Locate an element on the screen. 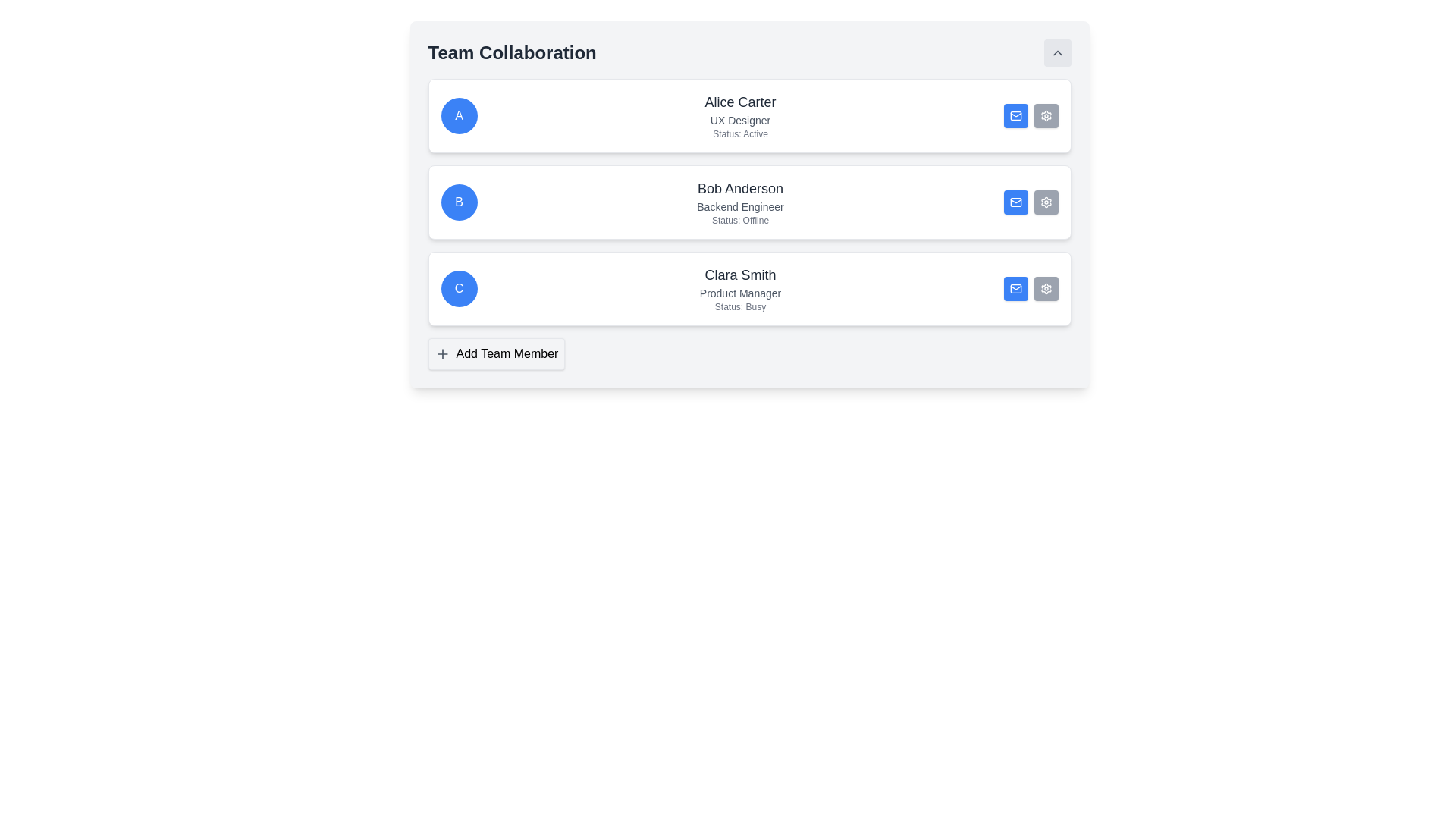 Image resolution: width=1456 pixels, height=819 pixels. the gray button in the Button Group for Clara Smith, which is located to the right of her name and details is located at coordinates (1031, 289).